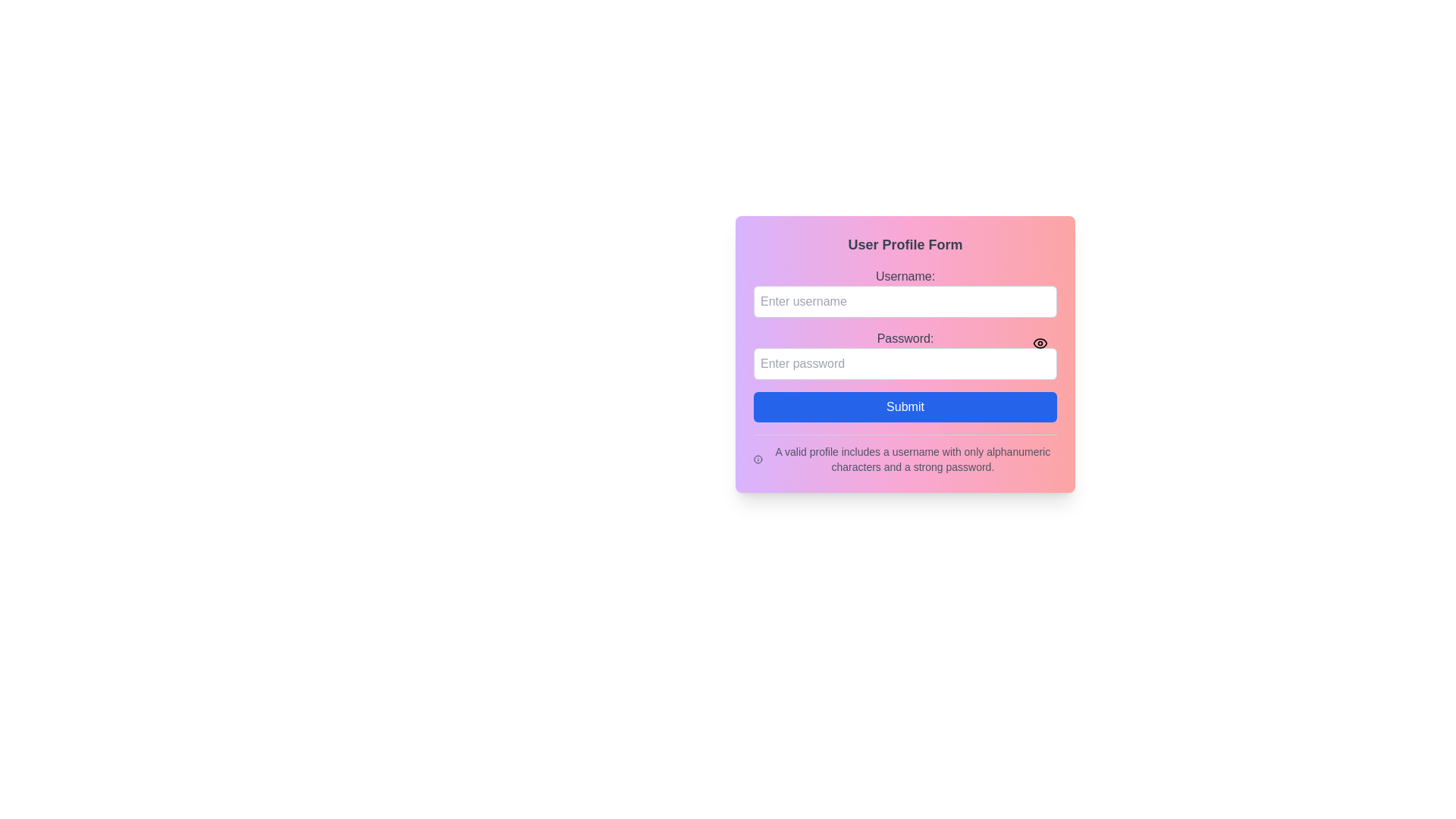 The image size is (1456, 819). What do you see at coordinates (905, 354) in the screenshot?
I see `the Password input field located in the centered form, which is the second input field beneath the 'Username:' field and above the 'Submit' button` at bounding box center [905, 354].